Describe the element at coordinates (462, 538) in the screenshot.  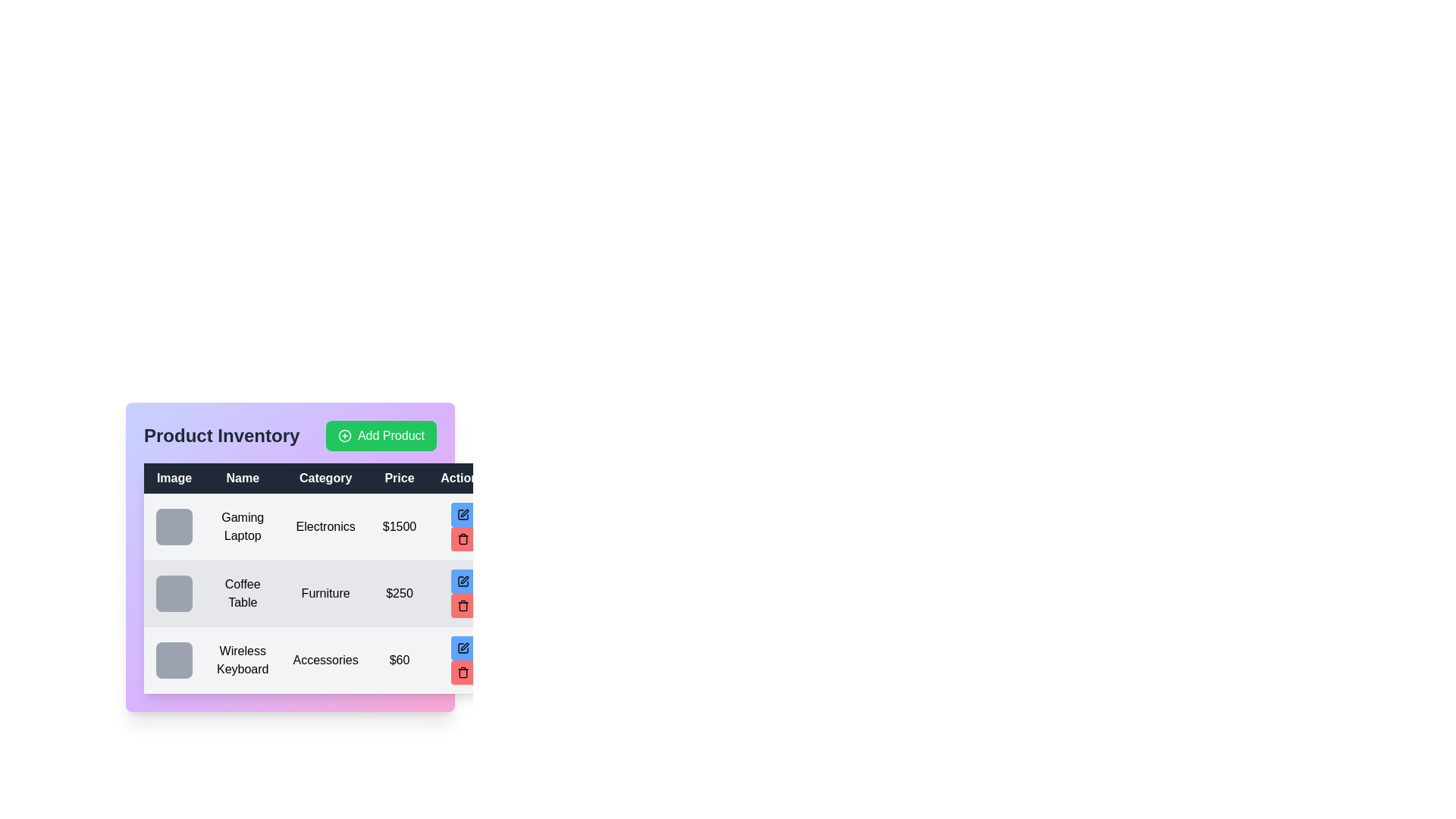
I see `the red delete button with a trash can icon in the actions column of the product inventory table for the 'Gaming Laptop'` at that location.